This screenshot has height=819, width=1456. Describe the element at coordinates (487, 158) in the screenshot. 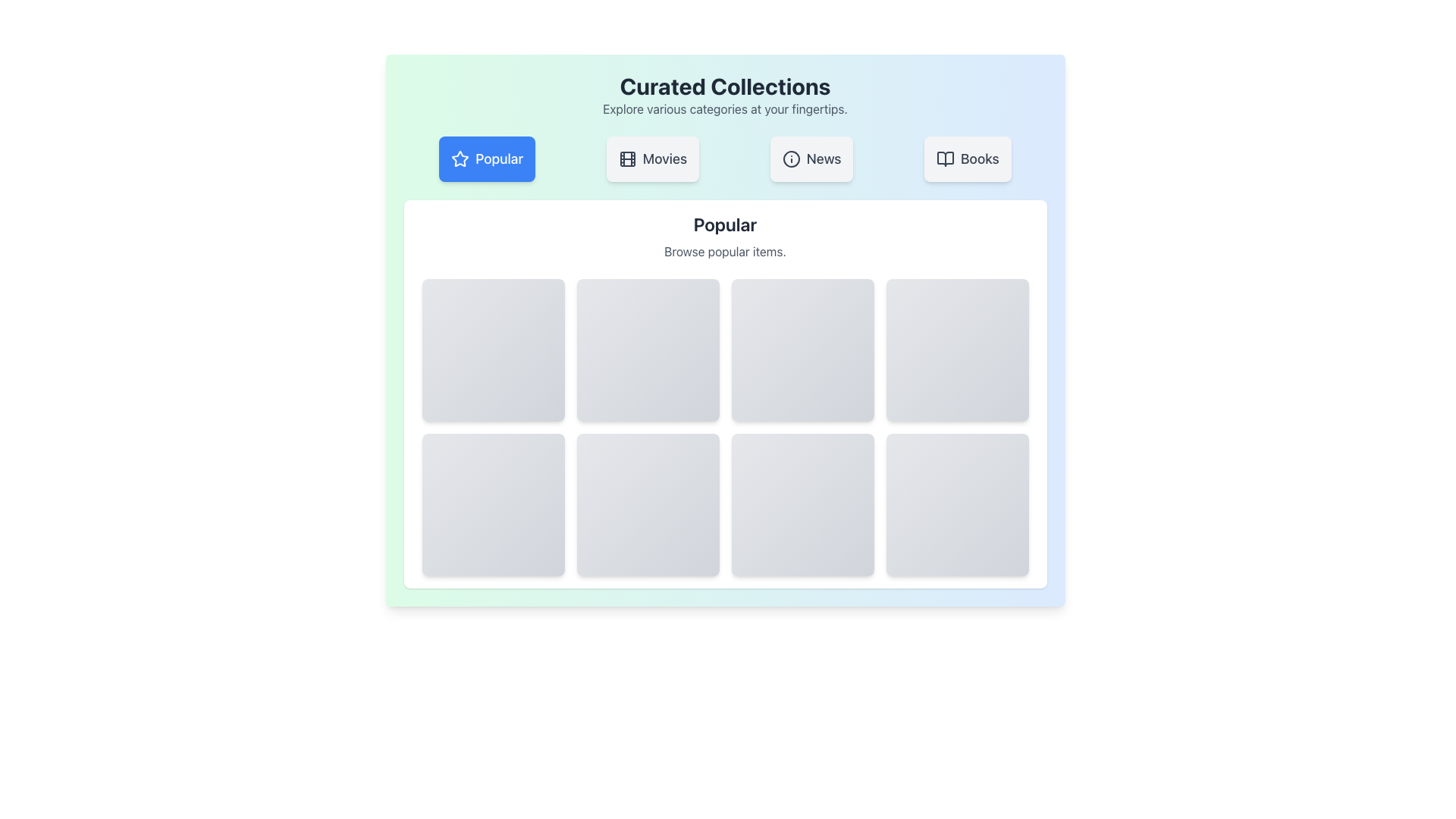

I see `the 'Popular' button located at the far left of the horizontal group of buttons under 'Curated Collections'` at that location.